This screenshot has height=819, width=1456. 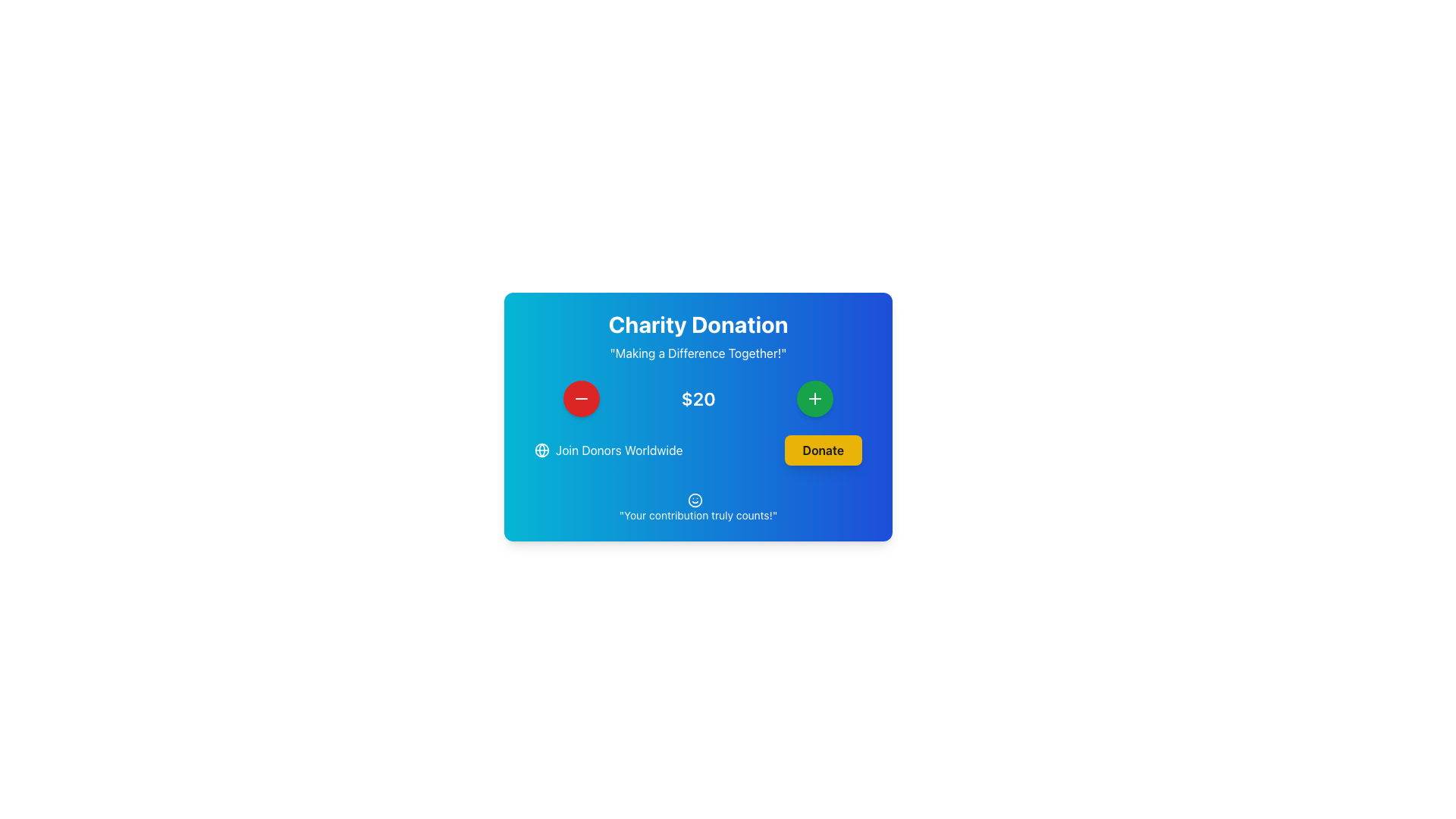 I want to click on the static text element displaying the message 'Your contribution truly counts!' located at the bottom of the donation interface card, so click(x=698, y=514).